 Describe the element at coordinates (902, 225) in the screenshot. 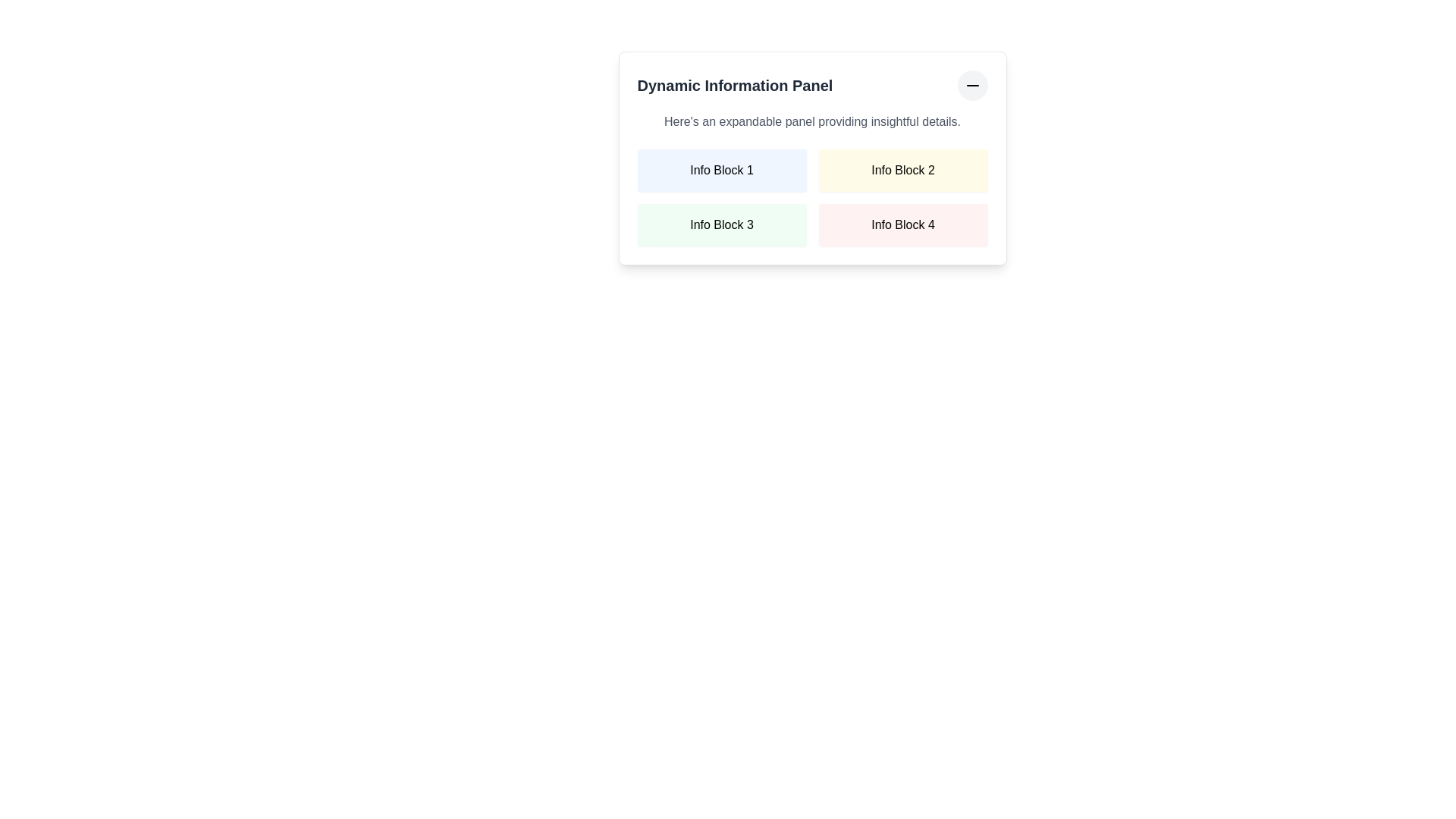

I see `displayed text in the Informational Block with a light red background, rounded corners, and bold text 'Info Block 4' centered within it` at that location.